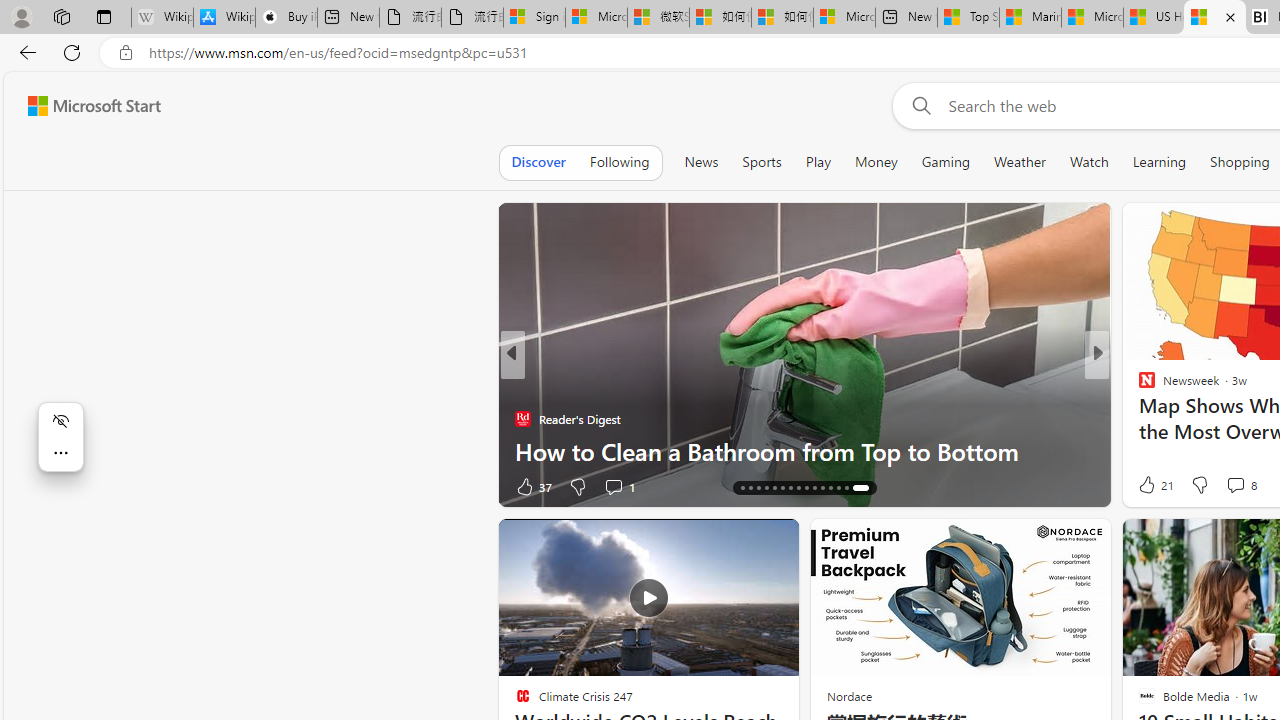 This screenshot has height=720, width=1280. Describe the element at coordinates (1239, 484) in the screenshot. I see `'View comments 8 Comment'` at that location.